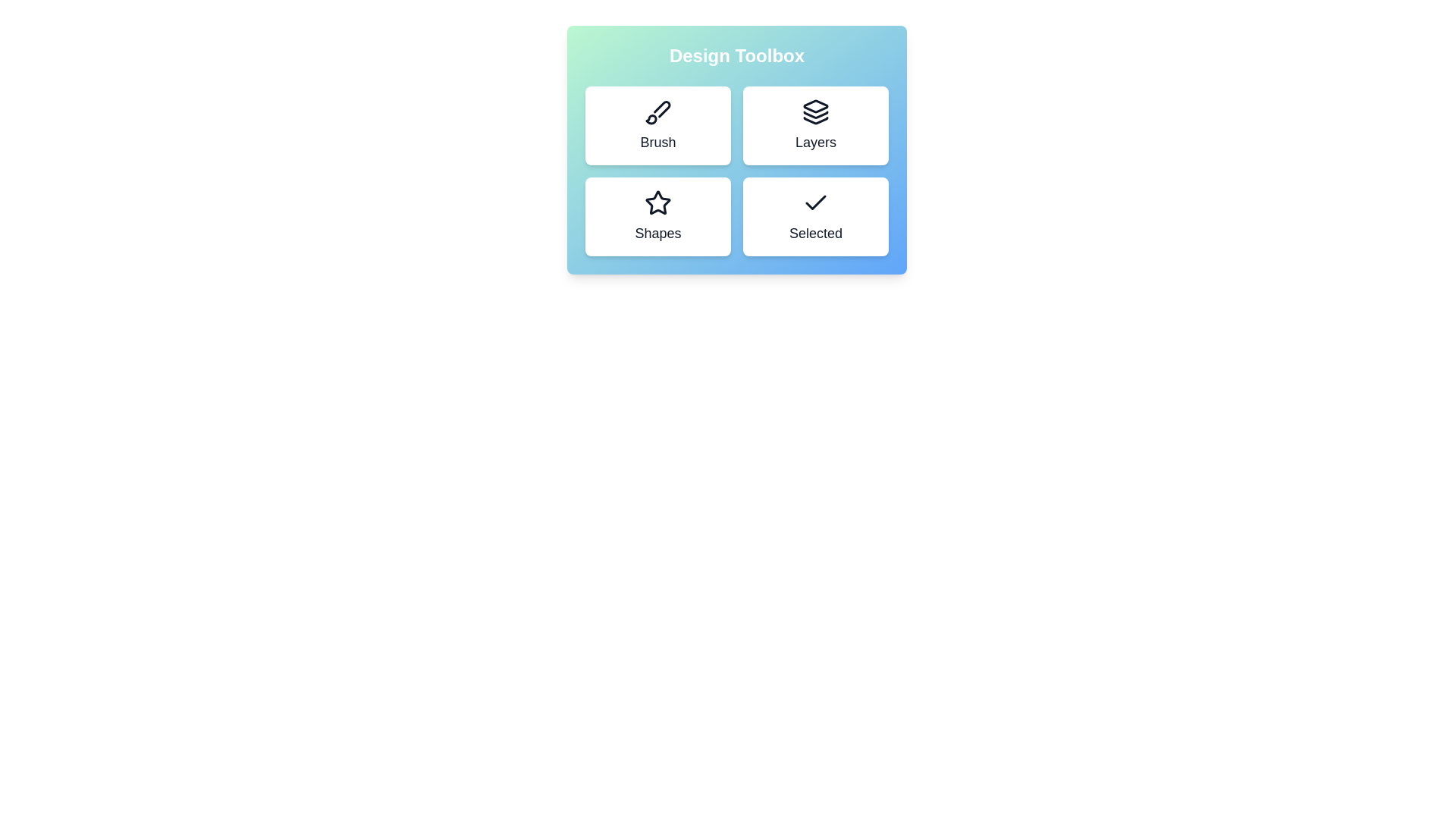 The height and width of the screenshot is (819, 1456). Describe the element at coordinates (658, 124) in the screenshot. I see `the button labeled Brush to select or deselect it` at that location.